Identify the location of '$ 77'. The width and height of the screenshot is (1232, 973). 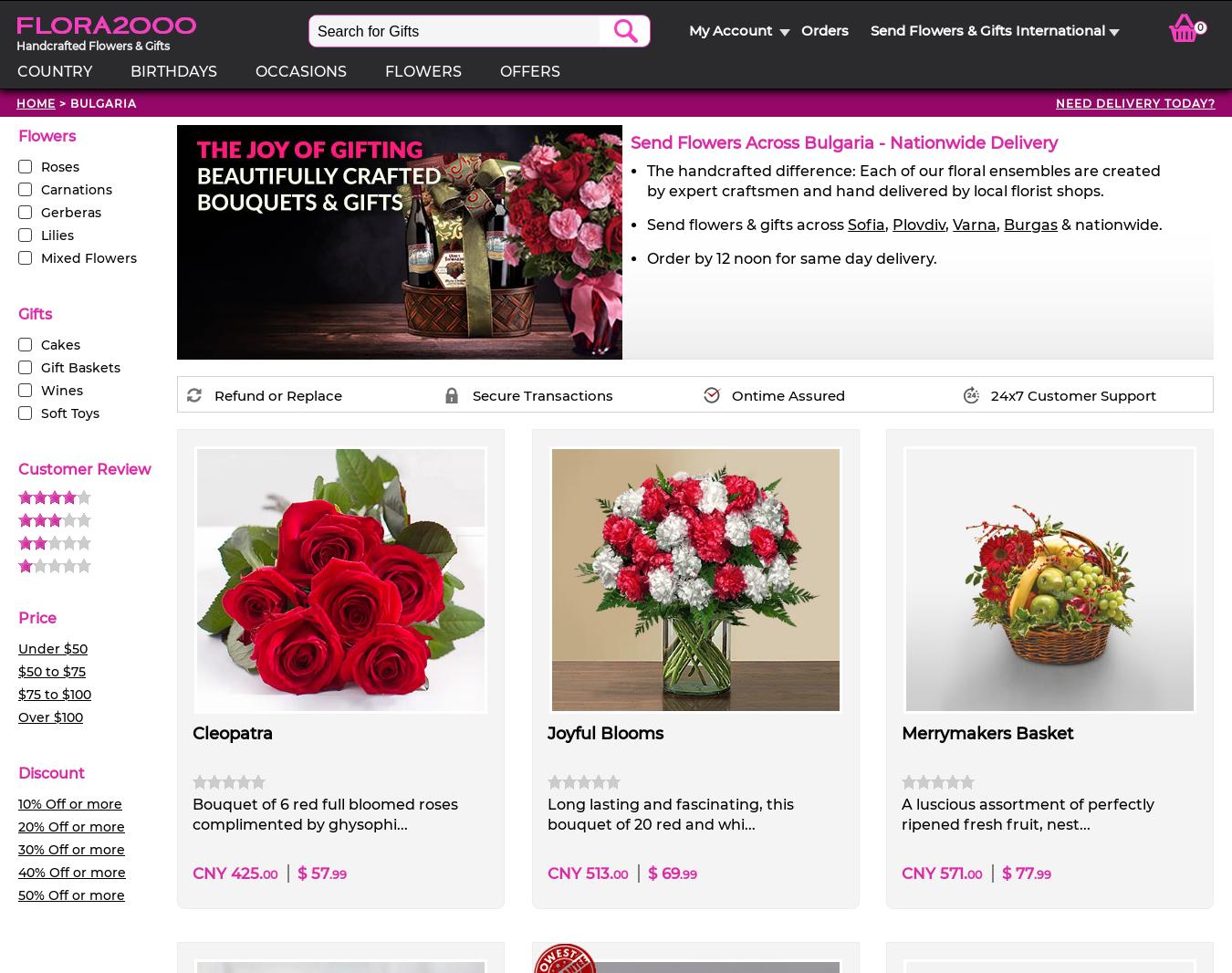
(1017, 873).